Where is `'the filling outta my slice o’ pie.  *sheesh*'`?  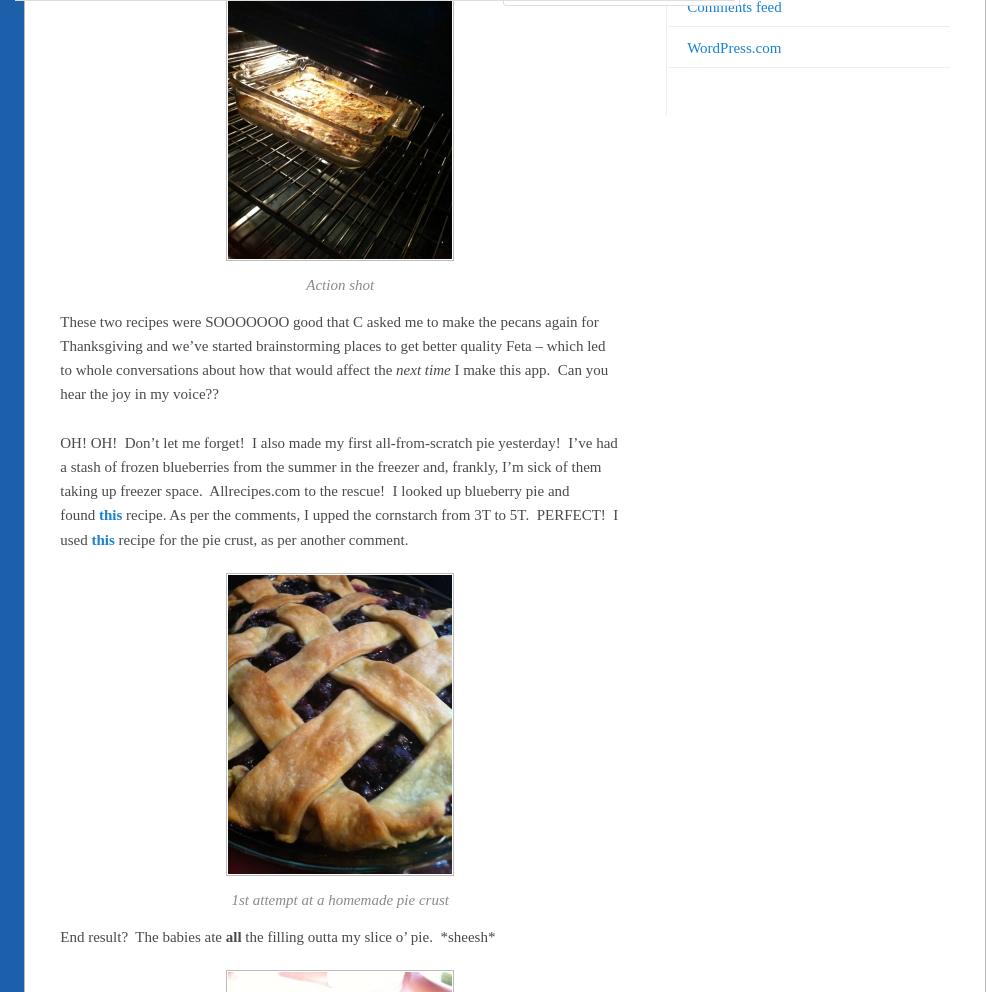 'the filling outta my slice o’ pie.  *sheesh*' is located at coordinates (366, 934).